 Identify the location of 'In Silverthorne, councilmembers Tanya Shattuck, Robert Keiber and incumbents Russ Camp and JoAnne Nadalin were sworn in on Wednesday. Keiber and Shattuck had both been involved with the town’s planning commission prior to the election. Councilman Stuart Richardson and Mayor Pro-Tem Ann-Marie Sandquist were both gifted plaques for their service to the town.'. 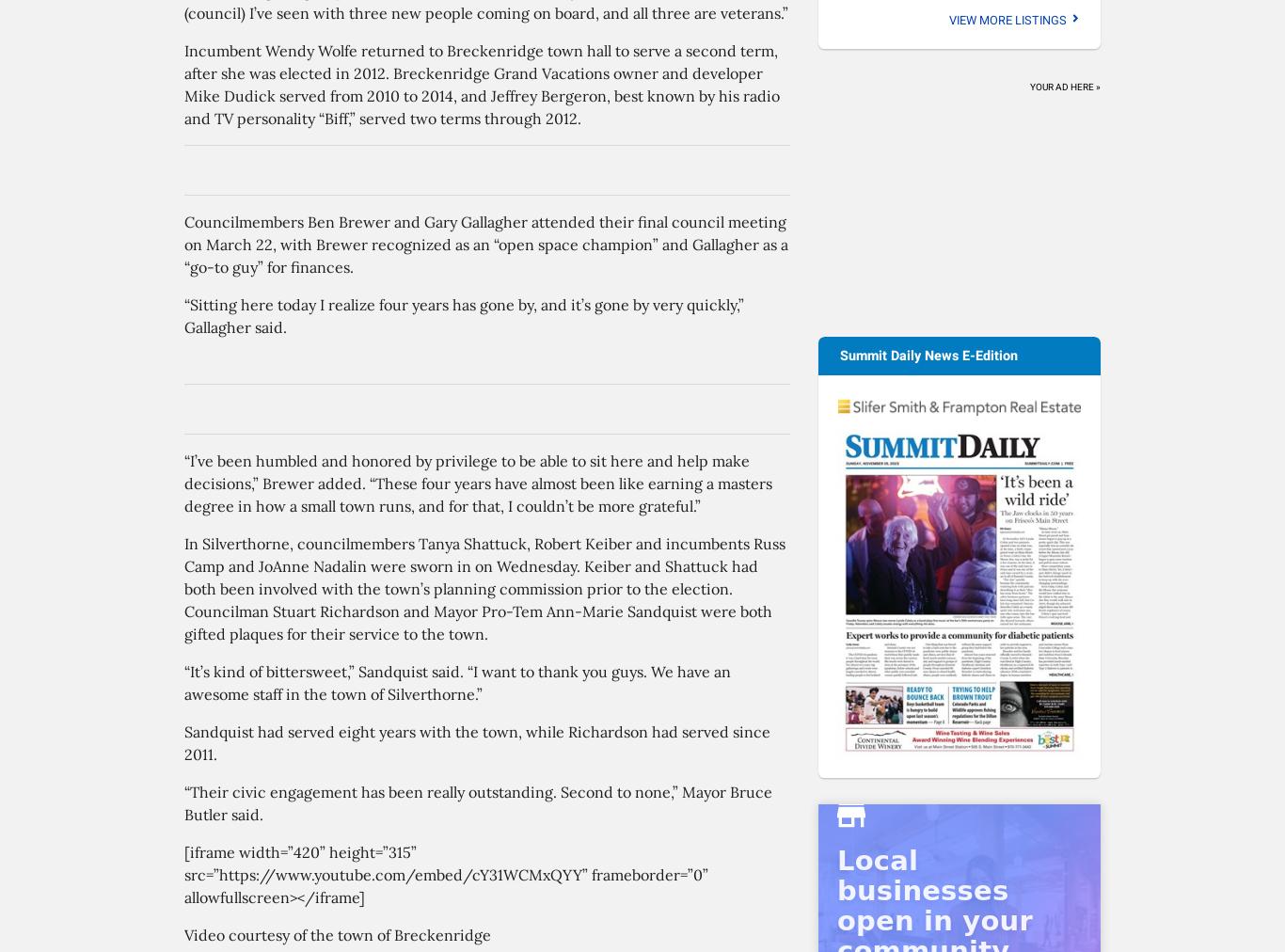
(484, 588).